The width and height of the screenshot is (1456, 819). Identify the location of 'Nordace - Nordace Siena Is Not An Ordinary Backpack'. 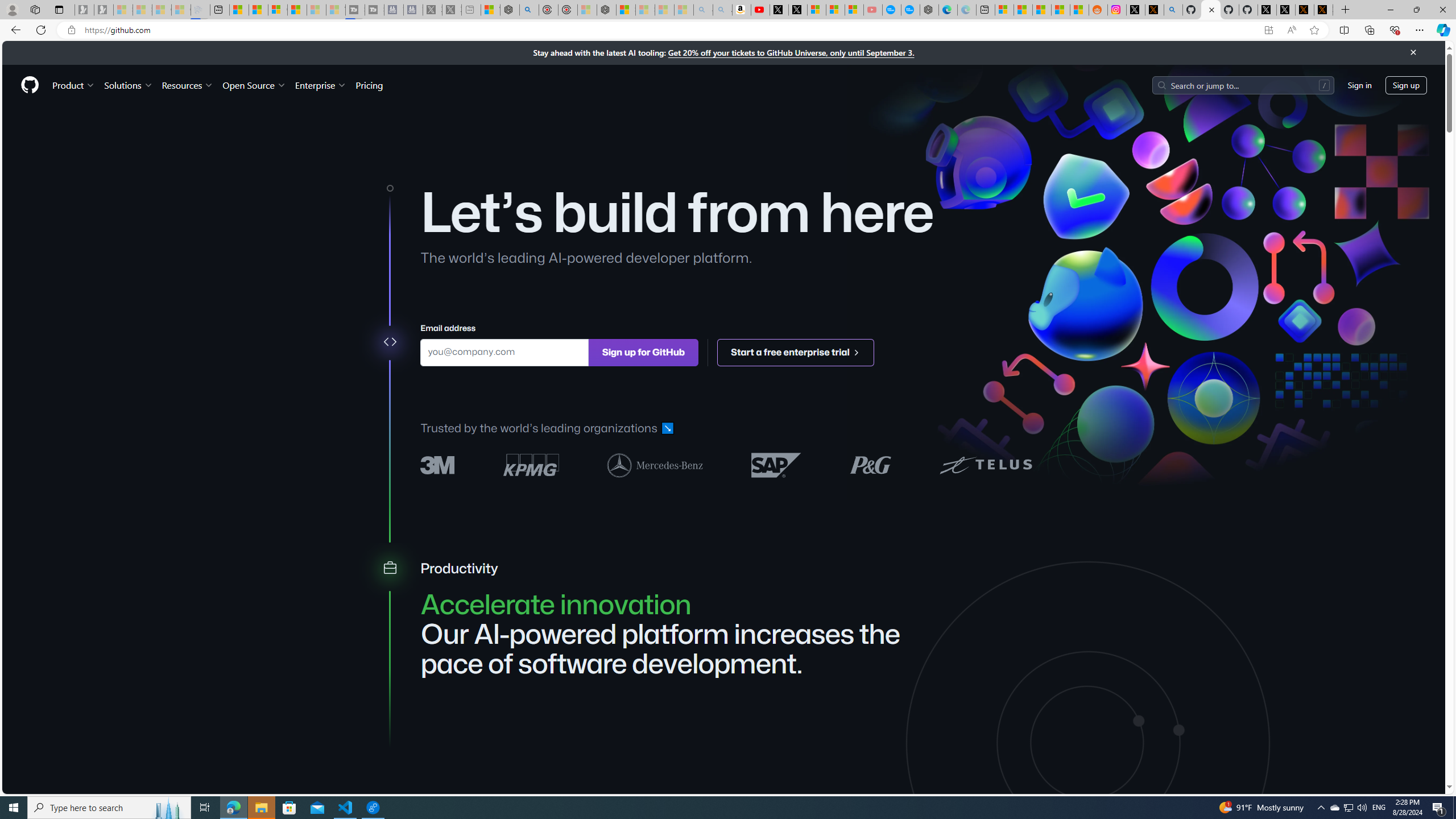
(607, 9).